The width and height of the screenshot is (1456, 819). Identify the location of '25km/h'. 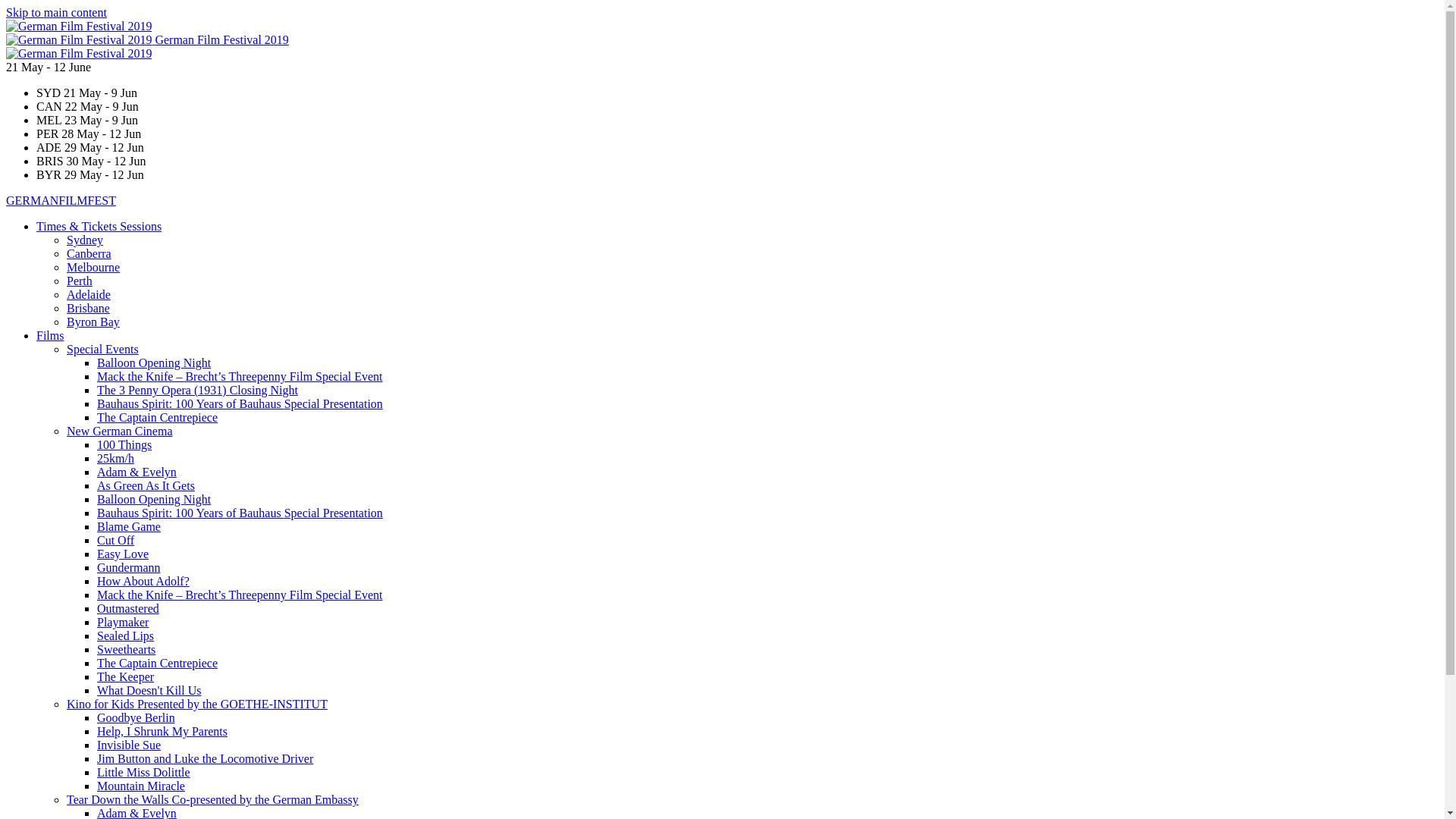
(115, 457).